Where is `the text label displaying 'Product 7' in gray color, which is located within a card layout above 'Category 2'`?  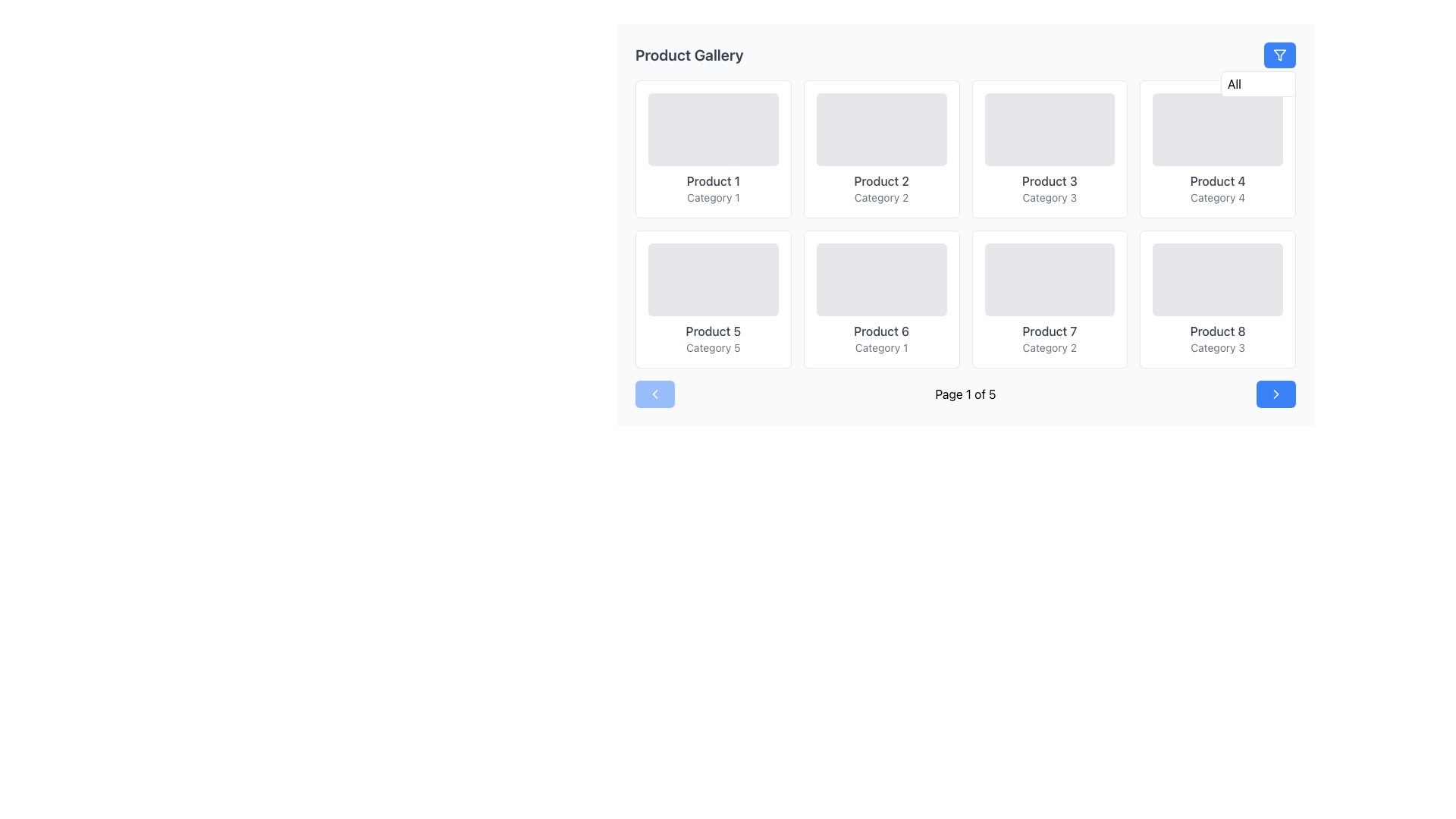
the text label displaying 'Product 7' in gray color, which is located within a card layout above 'Category 2' is located at coordinates (1049, 330).